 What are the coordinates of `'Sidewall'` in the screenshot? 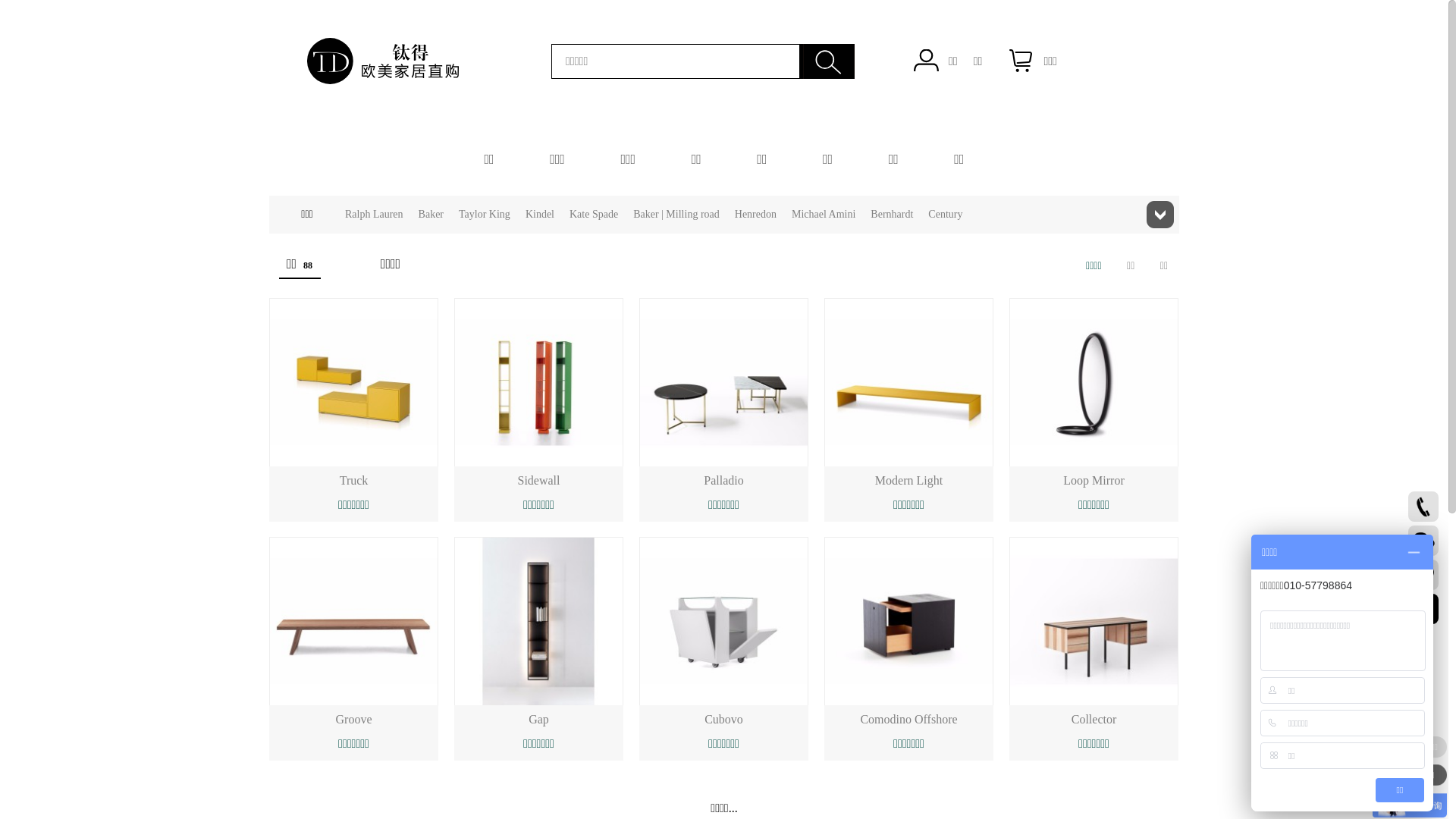 It's located at (538, 480).